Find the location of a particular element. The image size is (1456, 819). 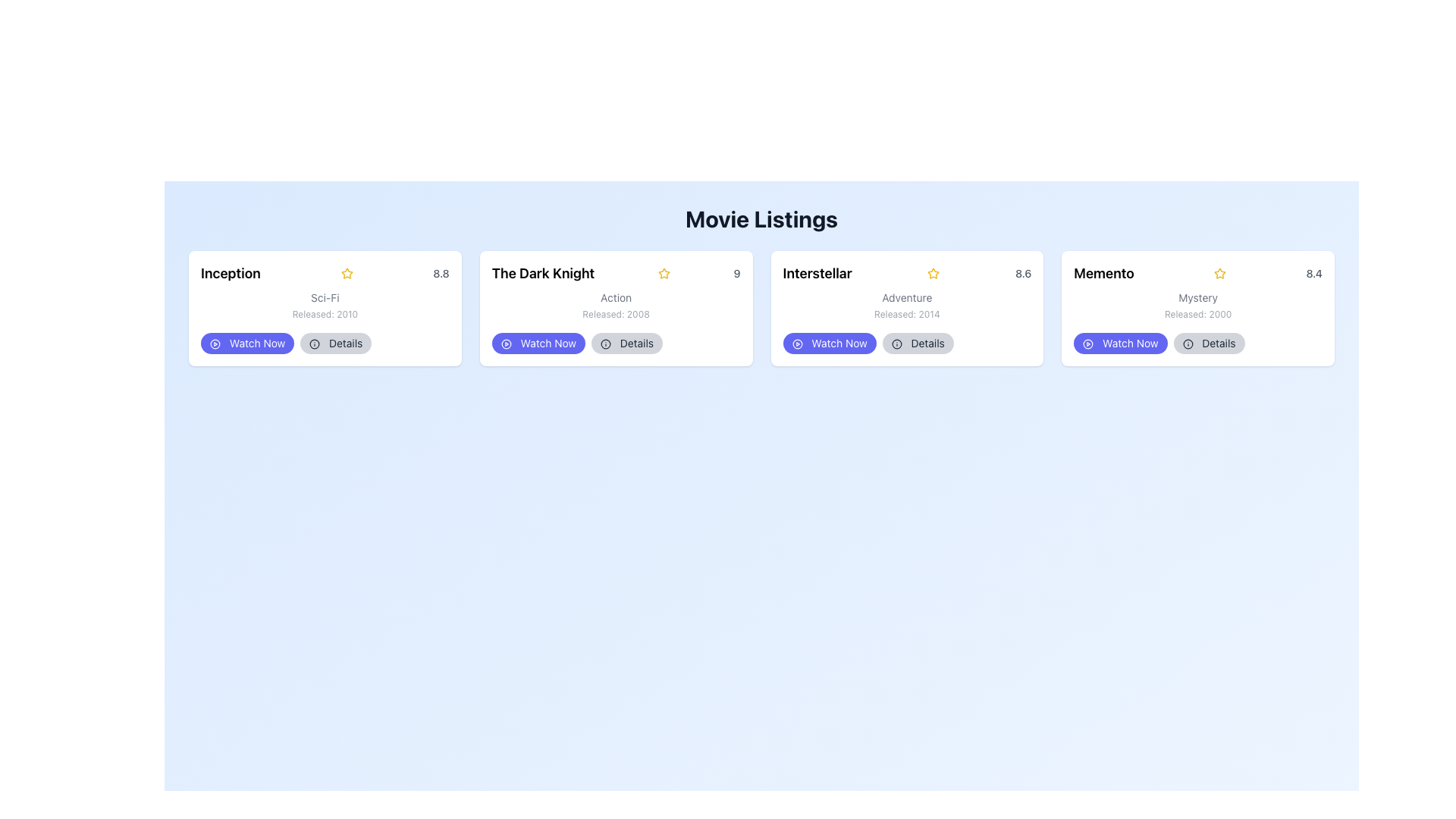

the movie card titled 'The Dark Knight' which contains a yellow star icon and a rating of 9, located in the second column of the movie listings section is located at coordinates (616, 308).